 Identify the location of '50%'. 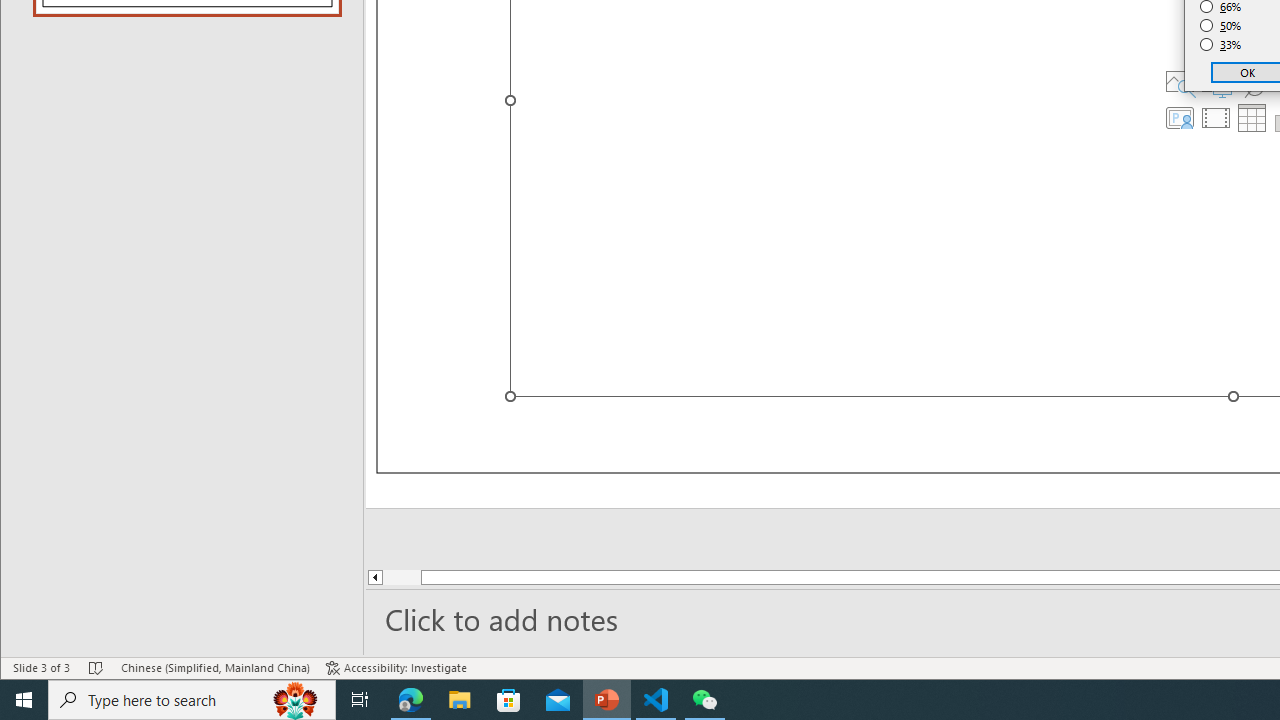
(1220, 25).